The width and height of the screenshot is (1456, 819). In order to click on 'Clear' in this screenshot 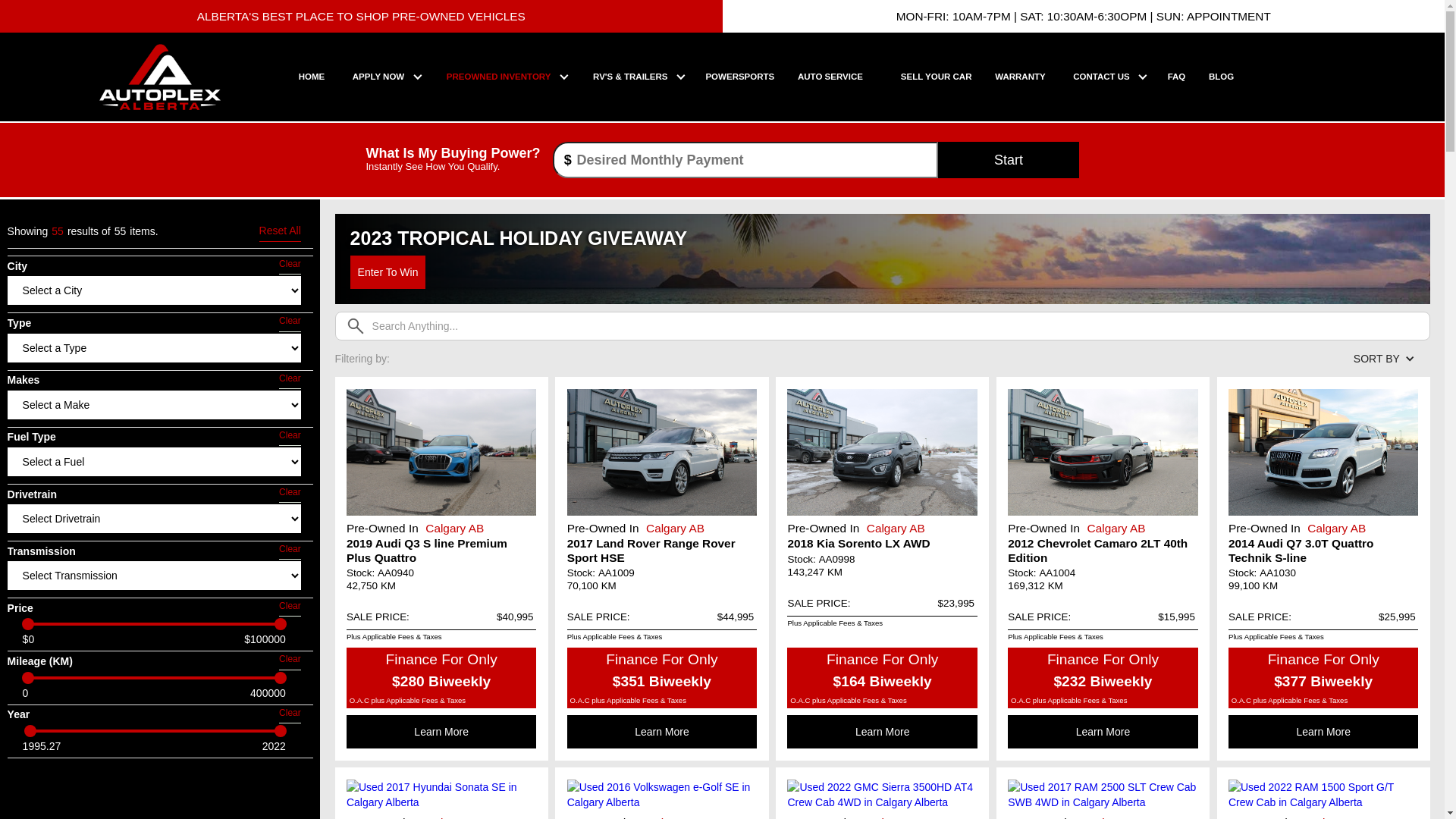, I will do `click(290, 494)`.